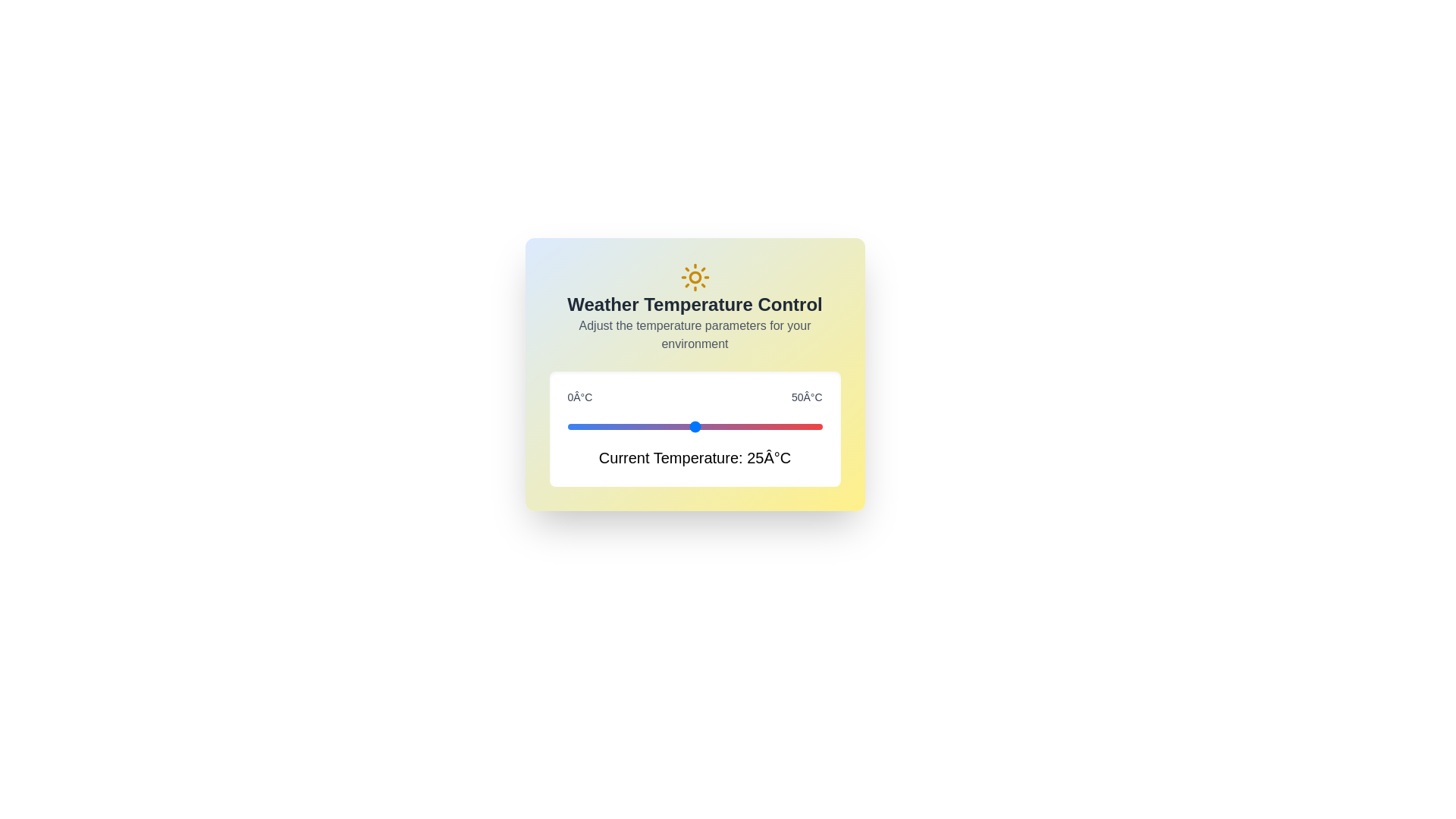  Describe the element at coordinates (730, 427) in the screenshot. I see `the temperature to 32°C using the slider` at that location.